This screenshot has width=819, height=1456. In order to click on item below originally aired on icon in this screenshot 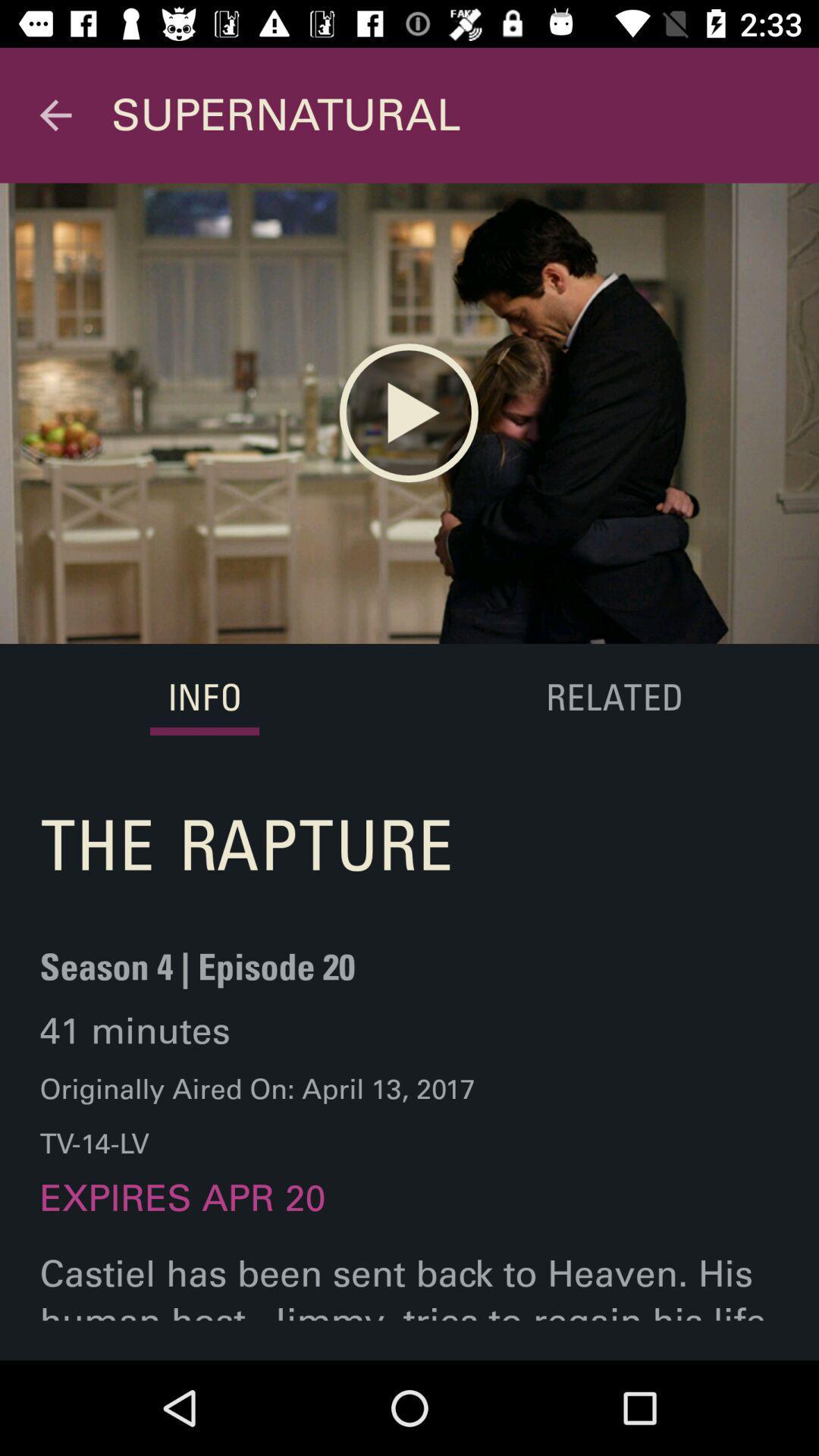, I will do `click(182, 1213)`.